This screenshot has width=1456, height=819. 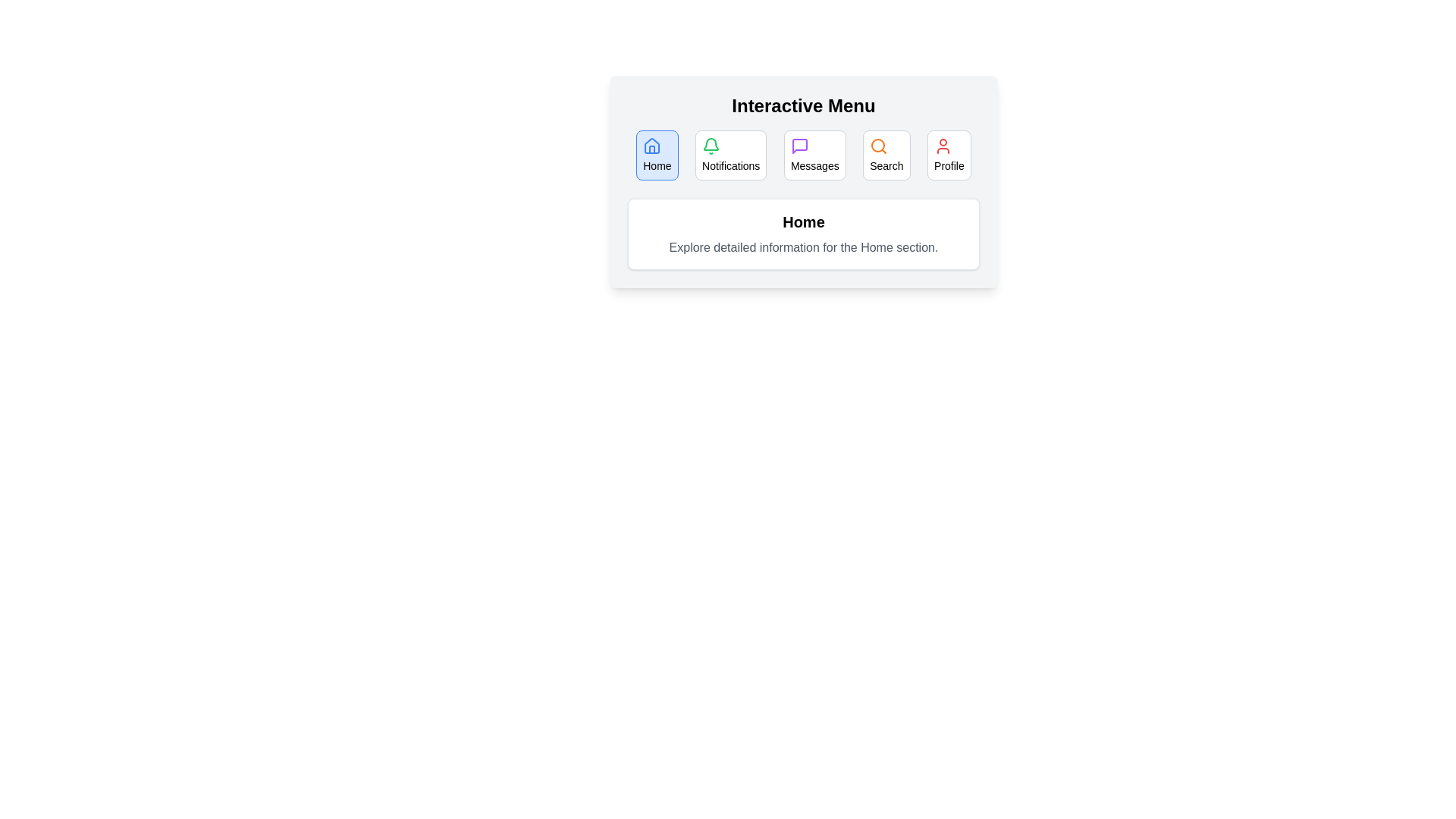 What do you see at coordinates (886, 155) in the screenshot?
I see `the fourth button from the left in the horizontally aligned menu bar to initiate a search operation` at bounding box center [886, 155].